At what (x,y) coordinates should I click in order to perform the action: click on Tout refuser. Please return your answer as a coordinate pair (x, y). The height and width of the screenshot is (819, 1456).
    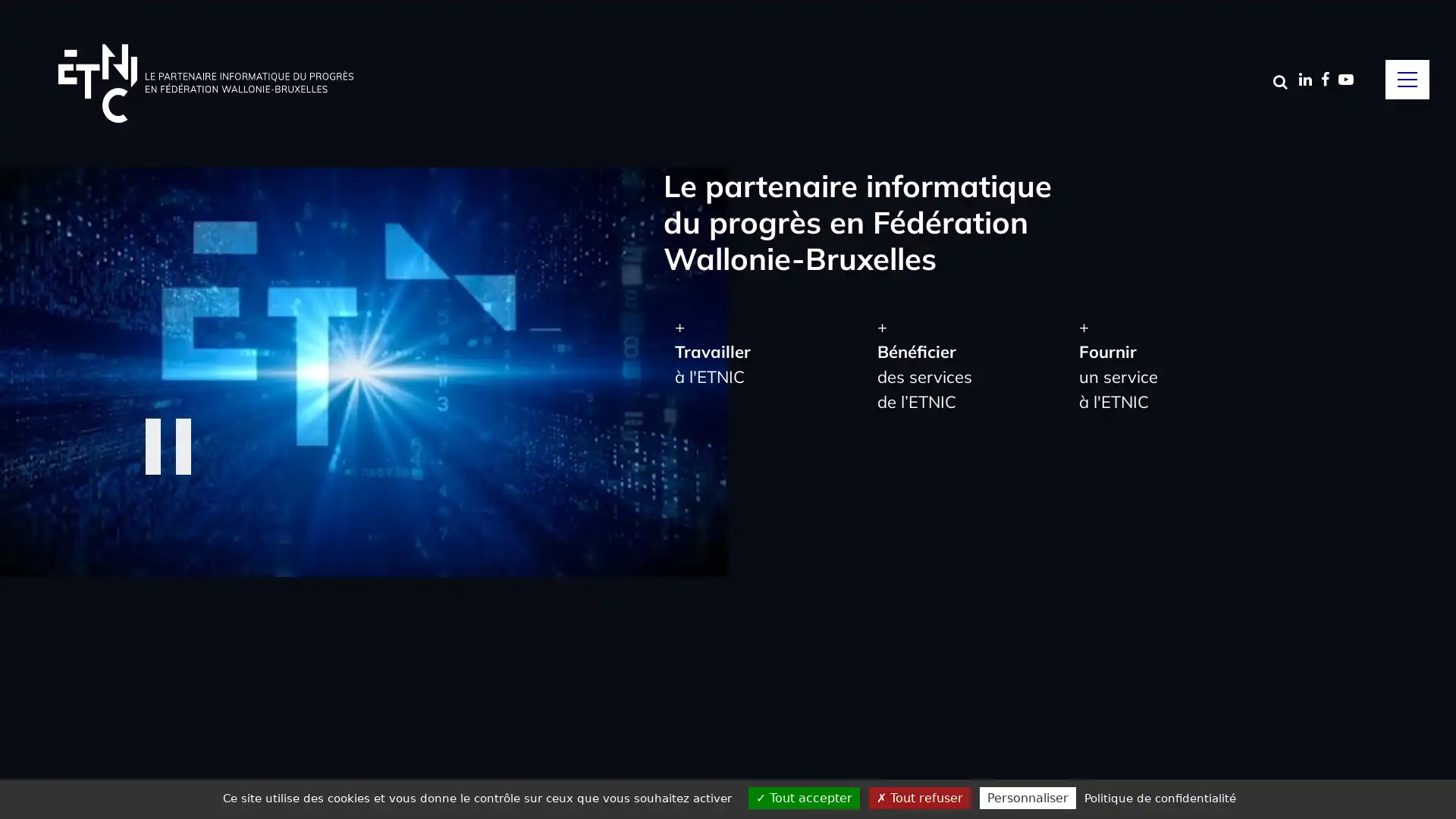
    Looking at the image, I should click on (919, 797).